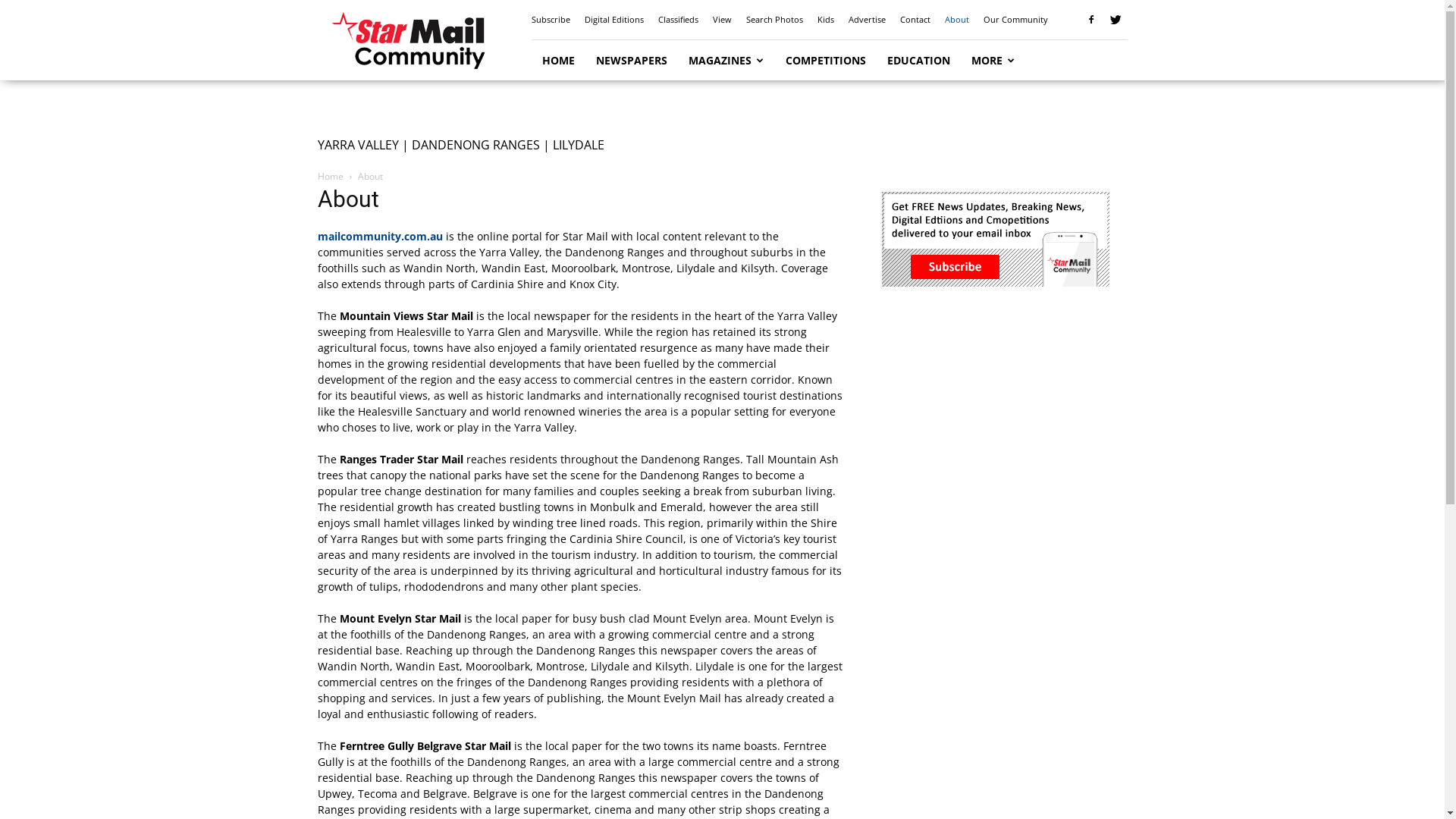 The height and width of the screenshot is (819, 1456). Describe the element at coordinates (658, 19) in the screenshot. I see `'Classifieds'` at that location.